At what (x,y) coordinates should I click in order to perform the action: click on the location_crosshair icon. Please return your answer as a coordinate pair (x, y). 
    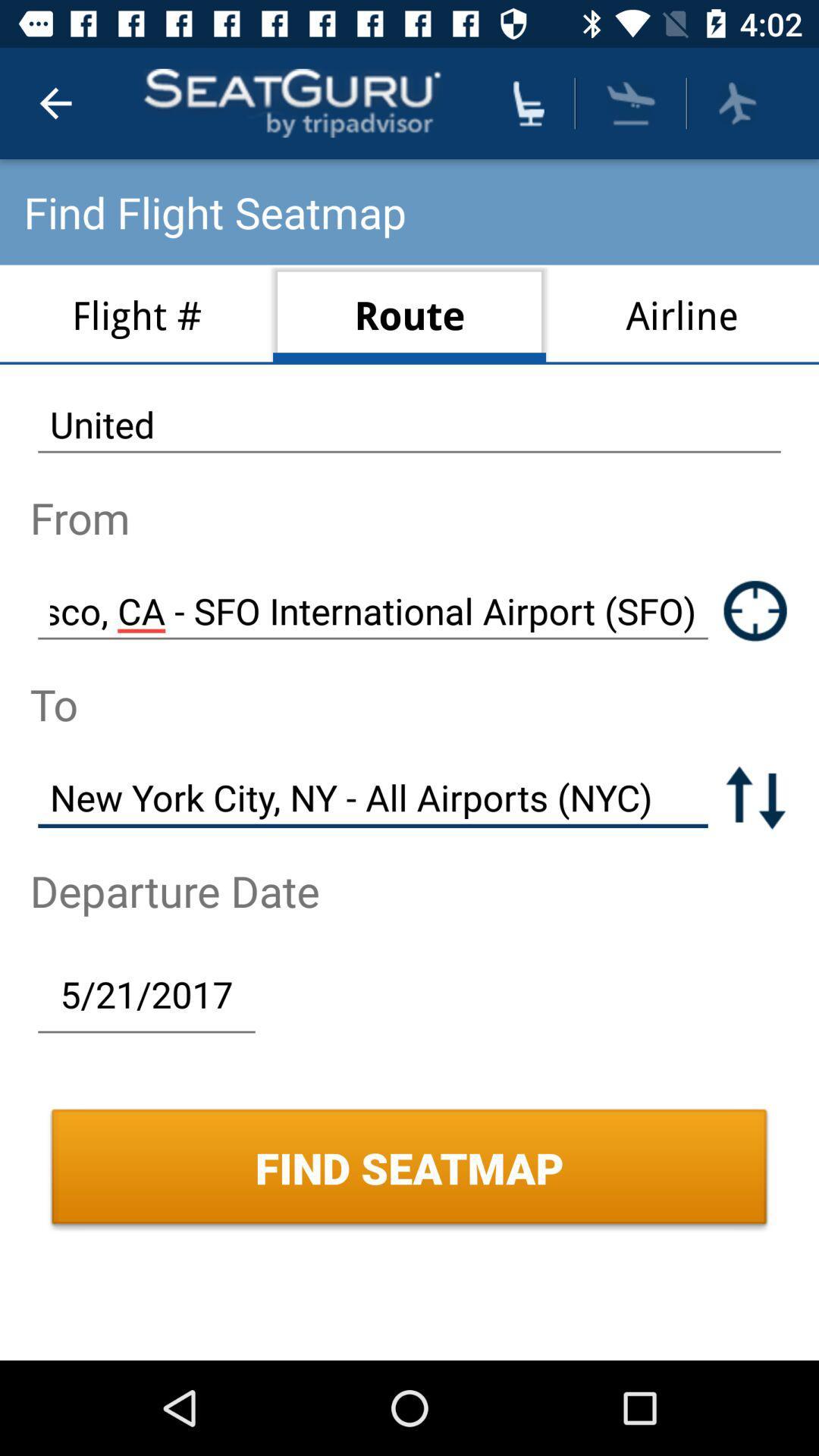
    Looking at the image, I should click on (755, 610).